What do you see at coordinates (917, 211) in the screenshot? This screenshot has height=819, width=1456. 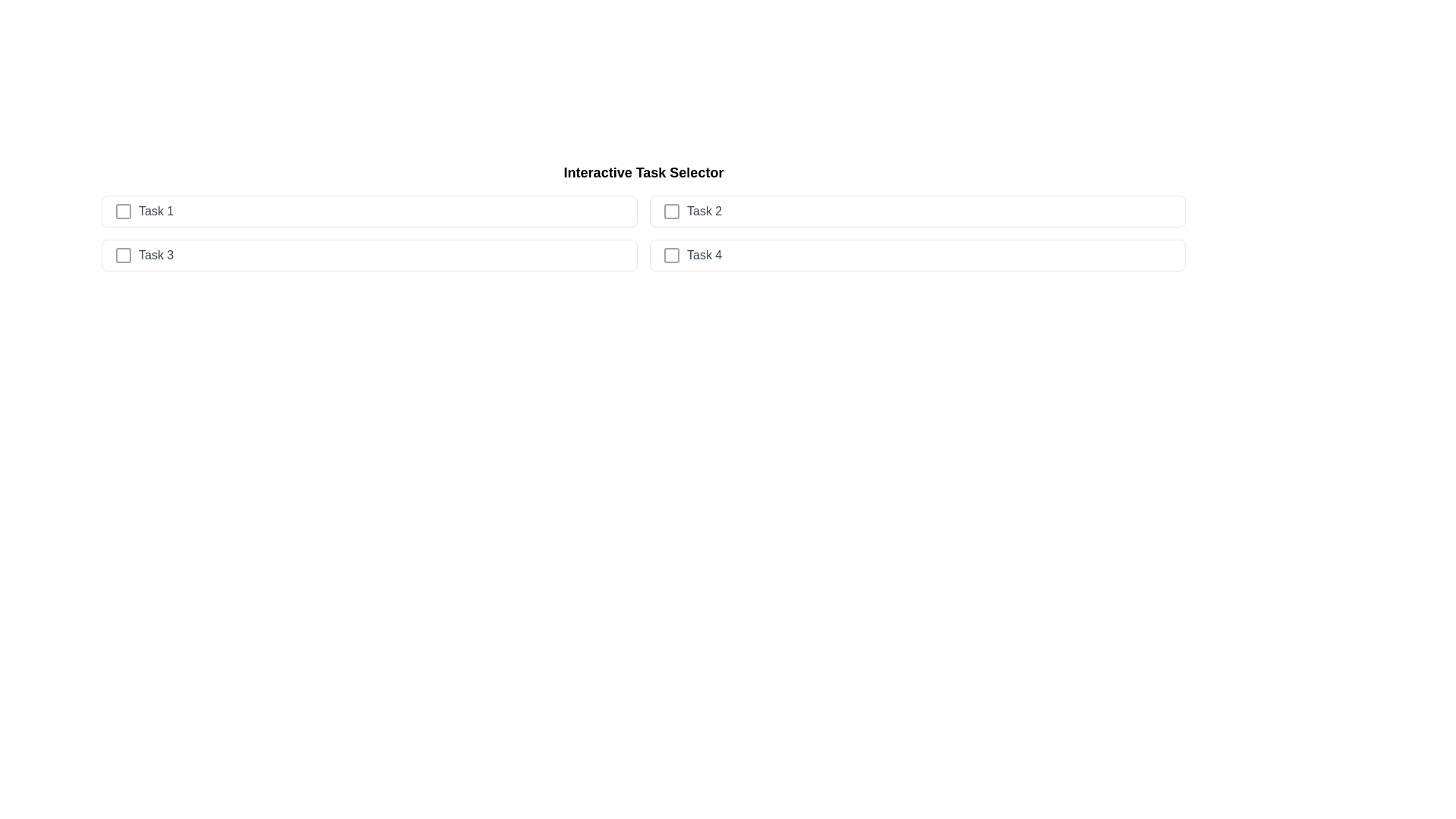 I see `the task item Task 2 to observe the hover effect` at bounding box center [917, 211].